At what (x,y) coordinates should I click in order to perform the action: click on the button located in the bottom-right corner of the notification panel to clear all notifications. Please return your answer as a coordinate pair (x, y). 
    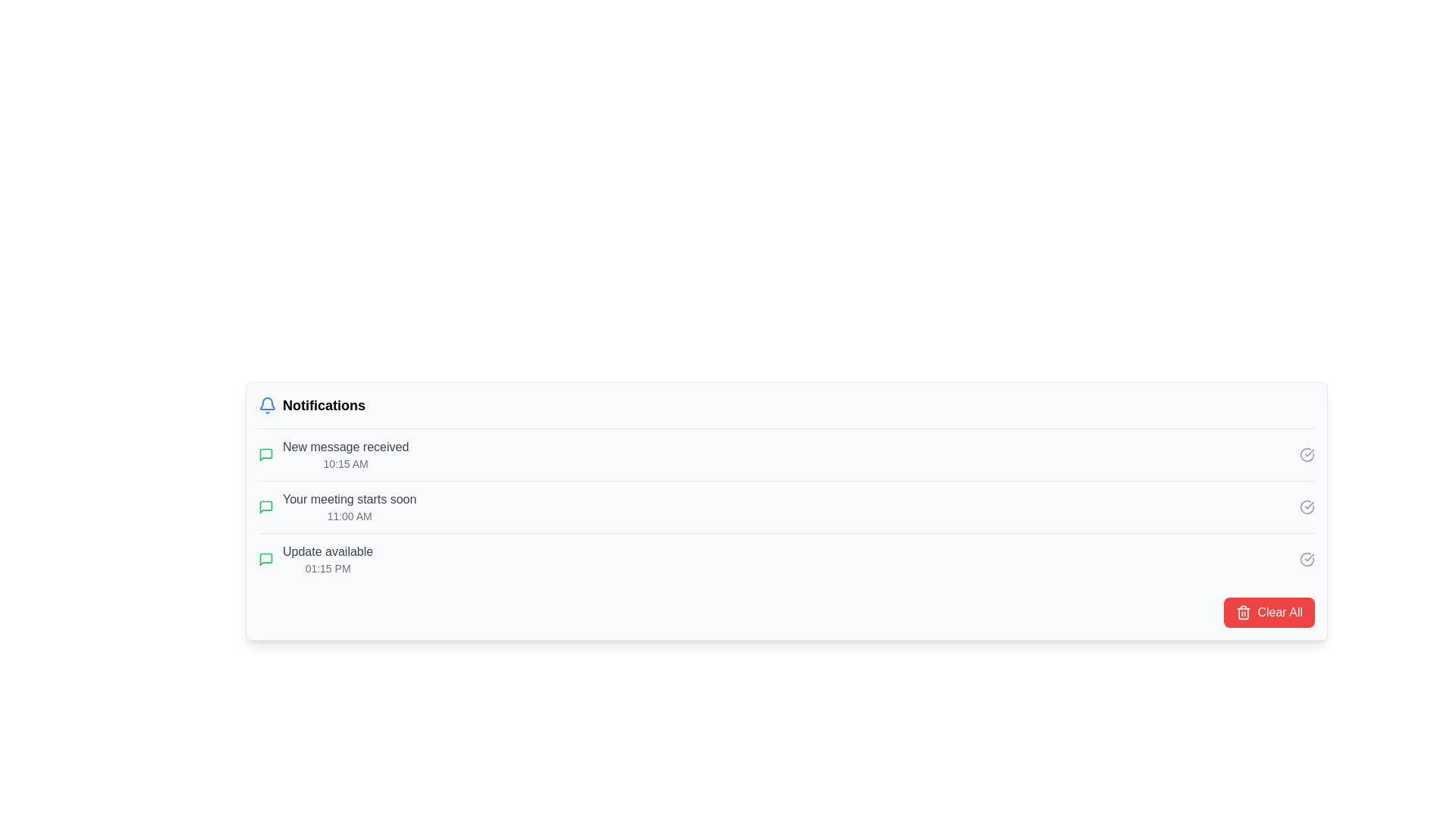
    Looking at the image, I should click on (1279, 611).